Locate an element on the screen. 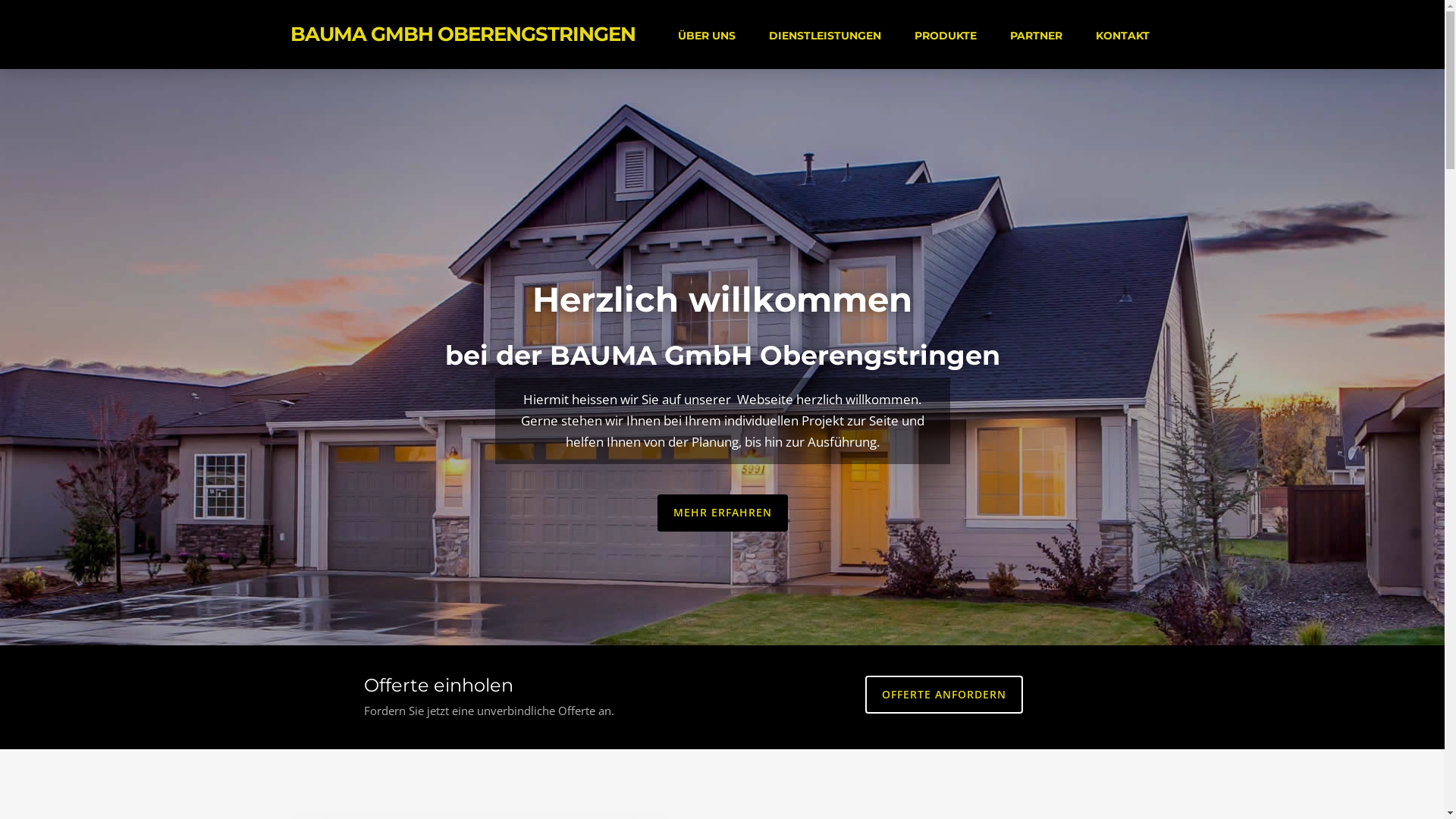 The height and width of the screenshot is (819, 1456). 'BAUMA GMBH OBERENGSTRINGEN' is located at coordinates (462, 34).